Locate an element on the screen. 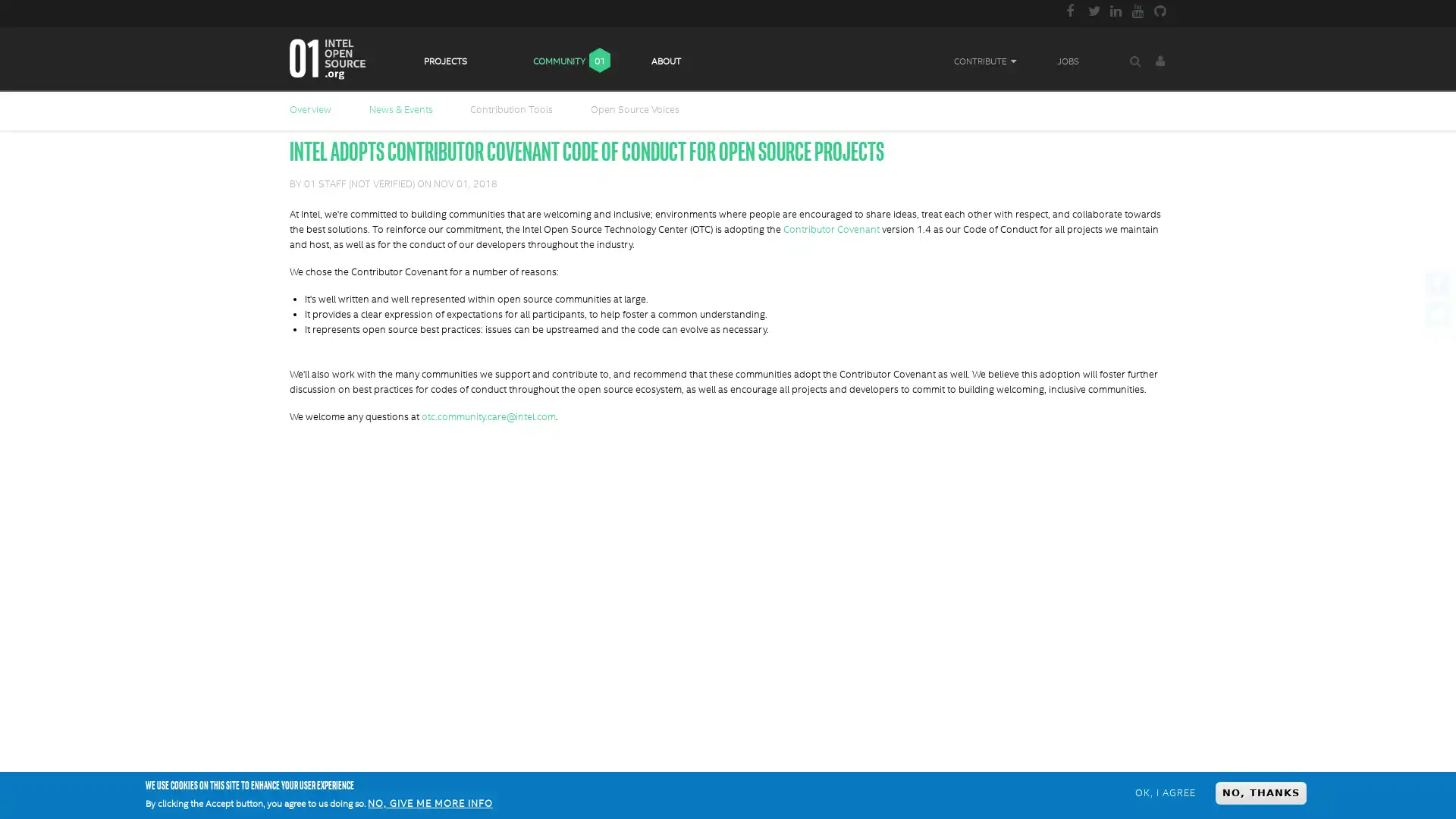 The width and height of the screenshot is (1456, 819). NO, GIVE ME MORE INFO is located at coordinates (429, 803).